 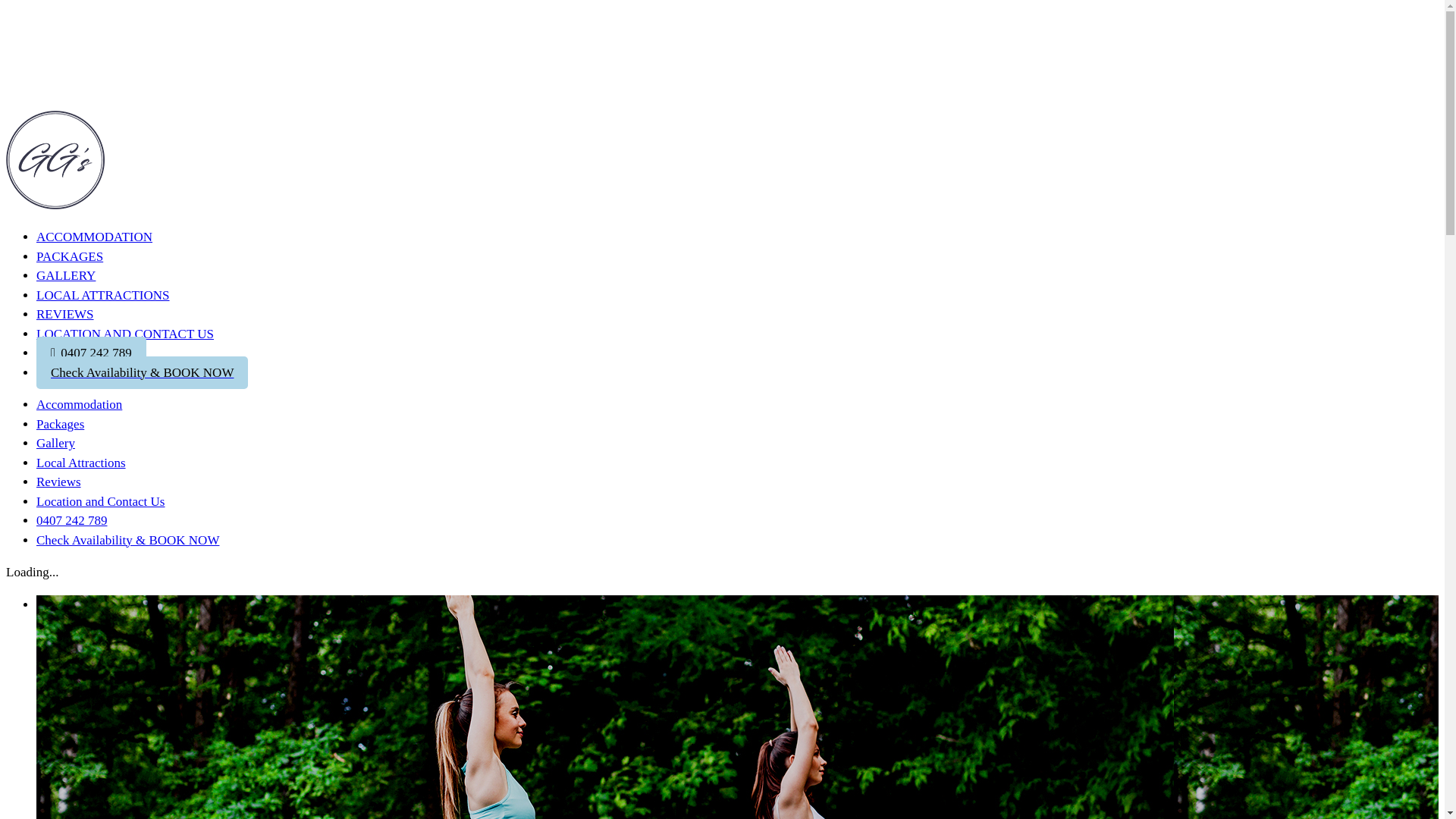 I want to click on 'Accommodation', so click(x=36, y=403).